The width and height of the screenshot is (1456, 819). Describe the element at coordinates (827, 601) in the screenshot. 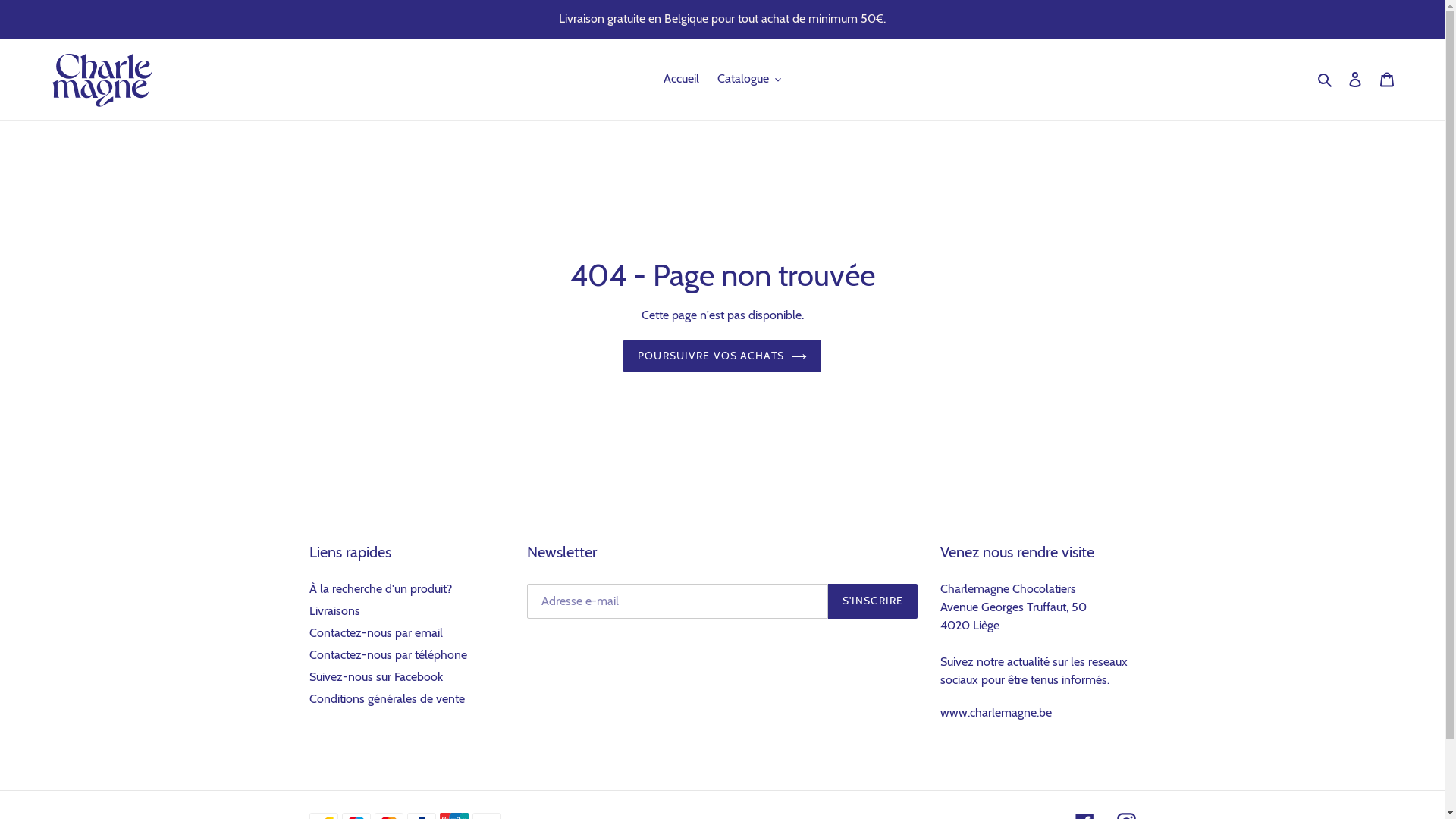

I see `'S'INSCRIRE'` at that location.